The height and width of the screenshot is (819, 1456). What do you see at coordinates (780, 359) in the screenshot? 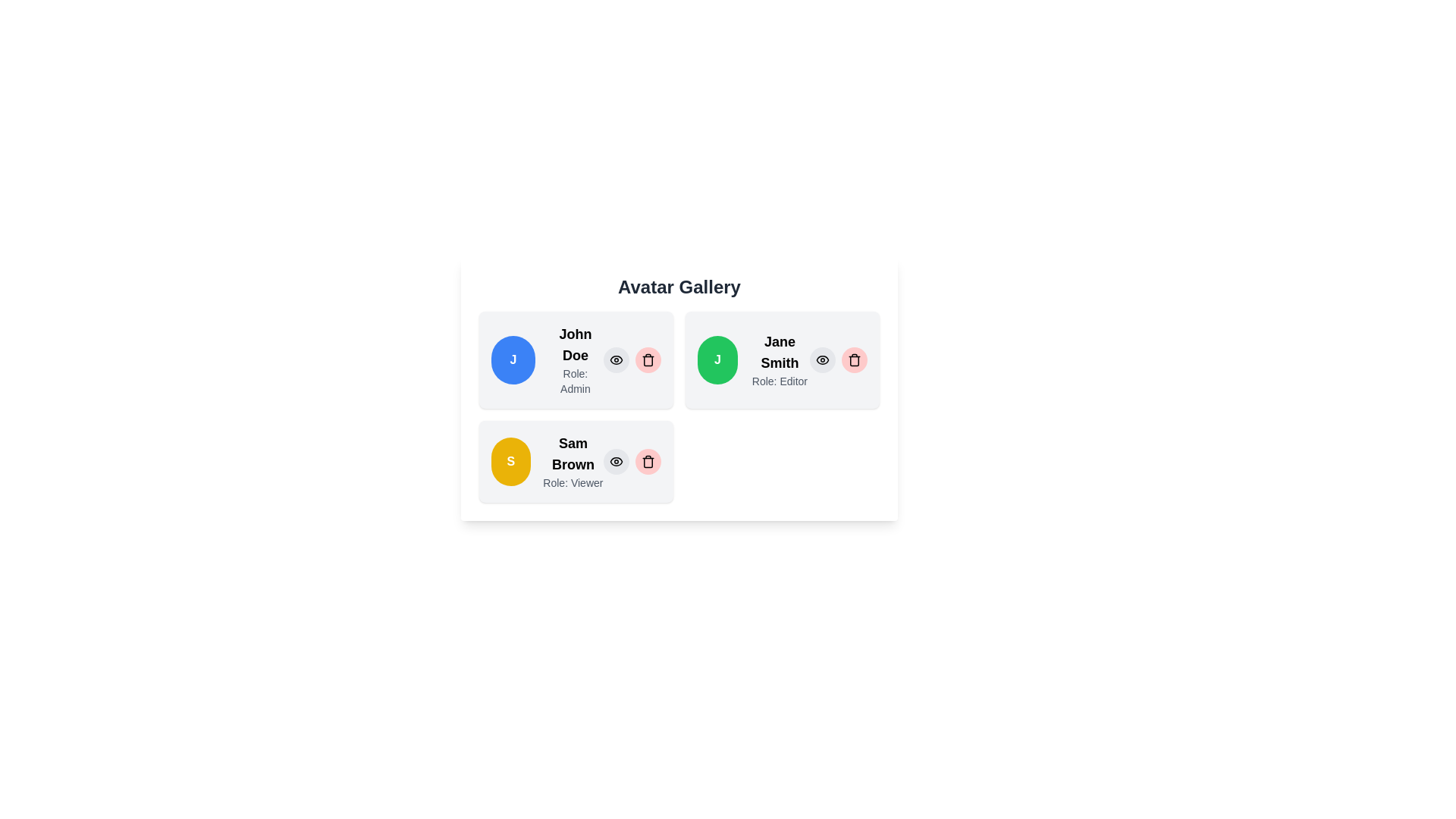
I see `displayed text in the Text block containing user information for 'Jane Smith' and 'Role: Editor', located under 'Avatar Gallery'` at bounding box center [780, 359].